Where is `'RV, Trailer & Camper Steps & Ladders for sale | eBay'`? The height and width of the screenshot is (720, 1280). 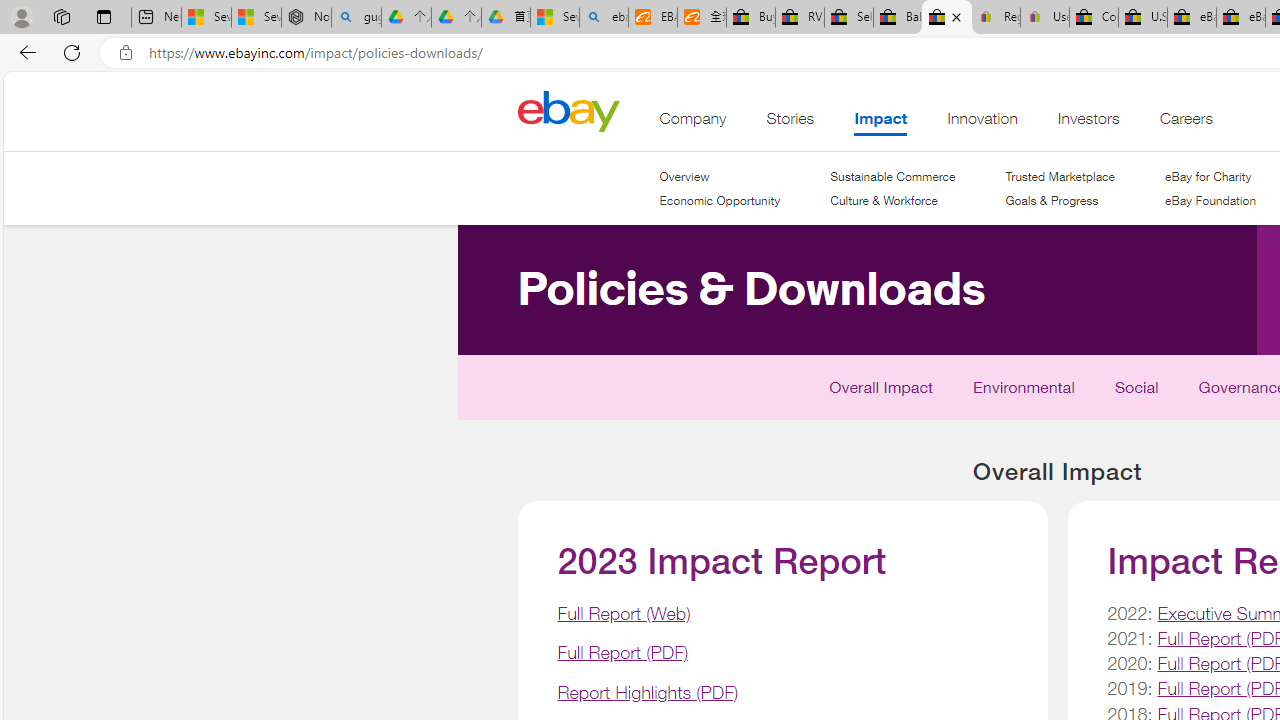
'RV, Trailer & Camper Steps & Ladders for sale | eBay' is located at coordinates (800, 17).